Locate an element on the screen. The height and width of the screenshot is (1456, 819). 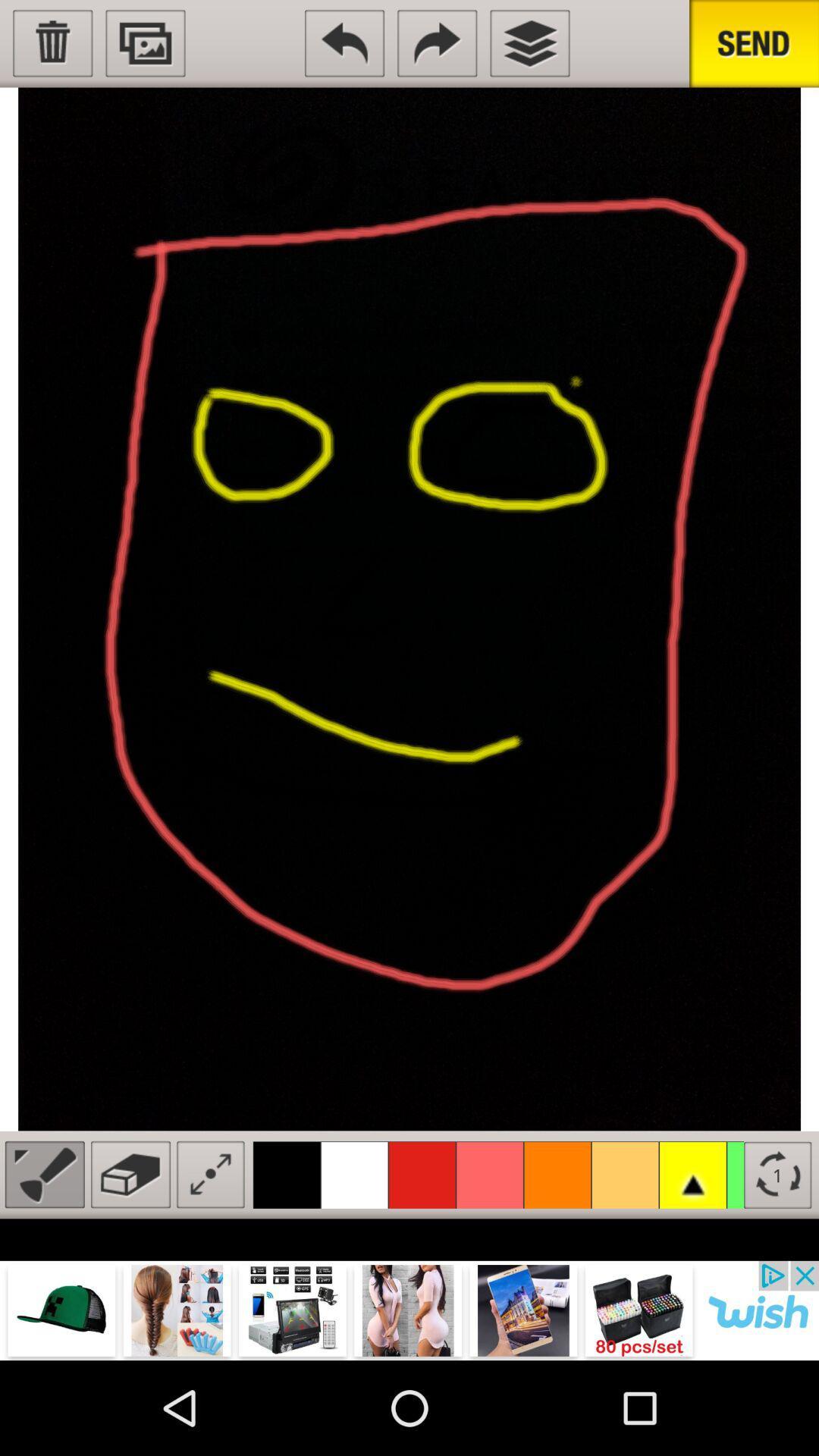
advertising is located at coordinates (409, 1310).